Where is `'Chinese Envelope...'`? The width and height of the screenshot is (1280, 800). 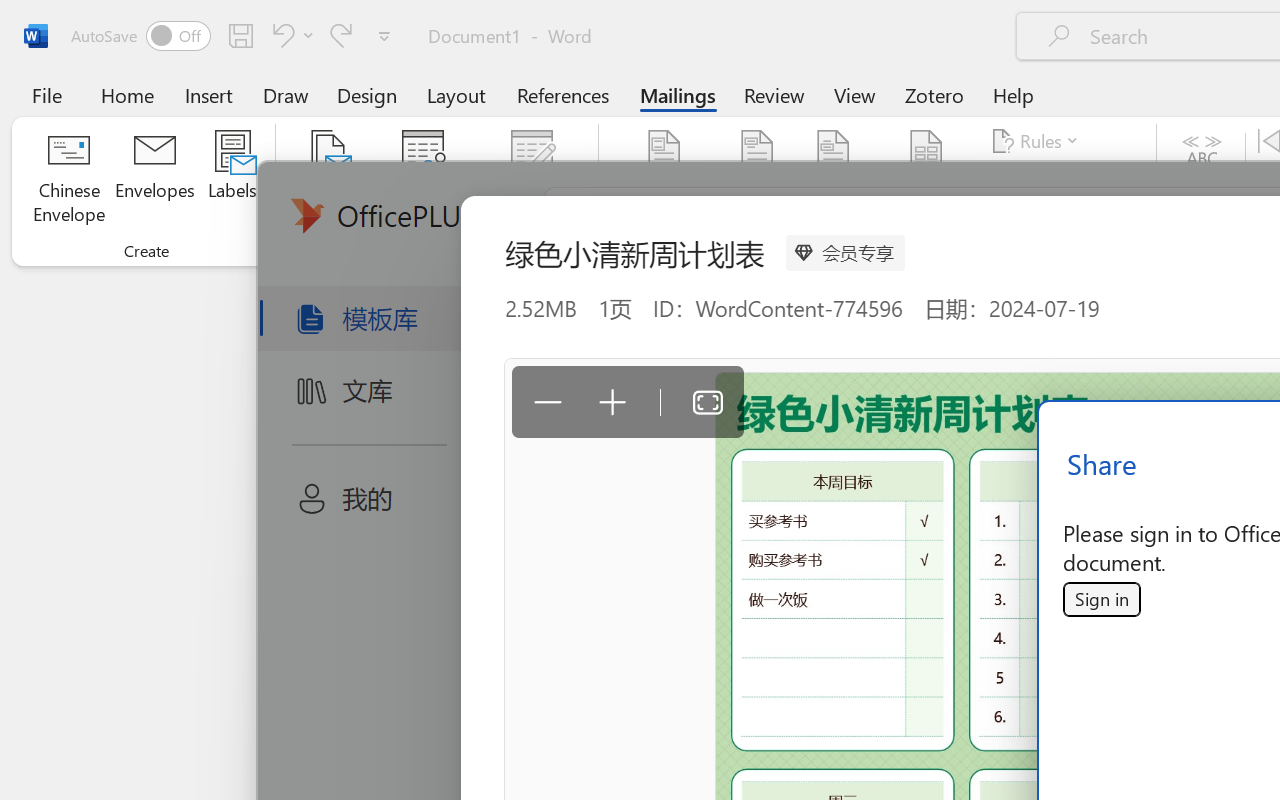 'Chinese Envelope...' is located at coordinates (69, 179).